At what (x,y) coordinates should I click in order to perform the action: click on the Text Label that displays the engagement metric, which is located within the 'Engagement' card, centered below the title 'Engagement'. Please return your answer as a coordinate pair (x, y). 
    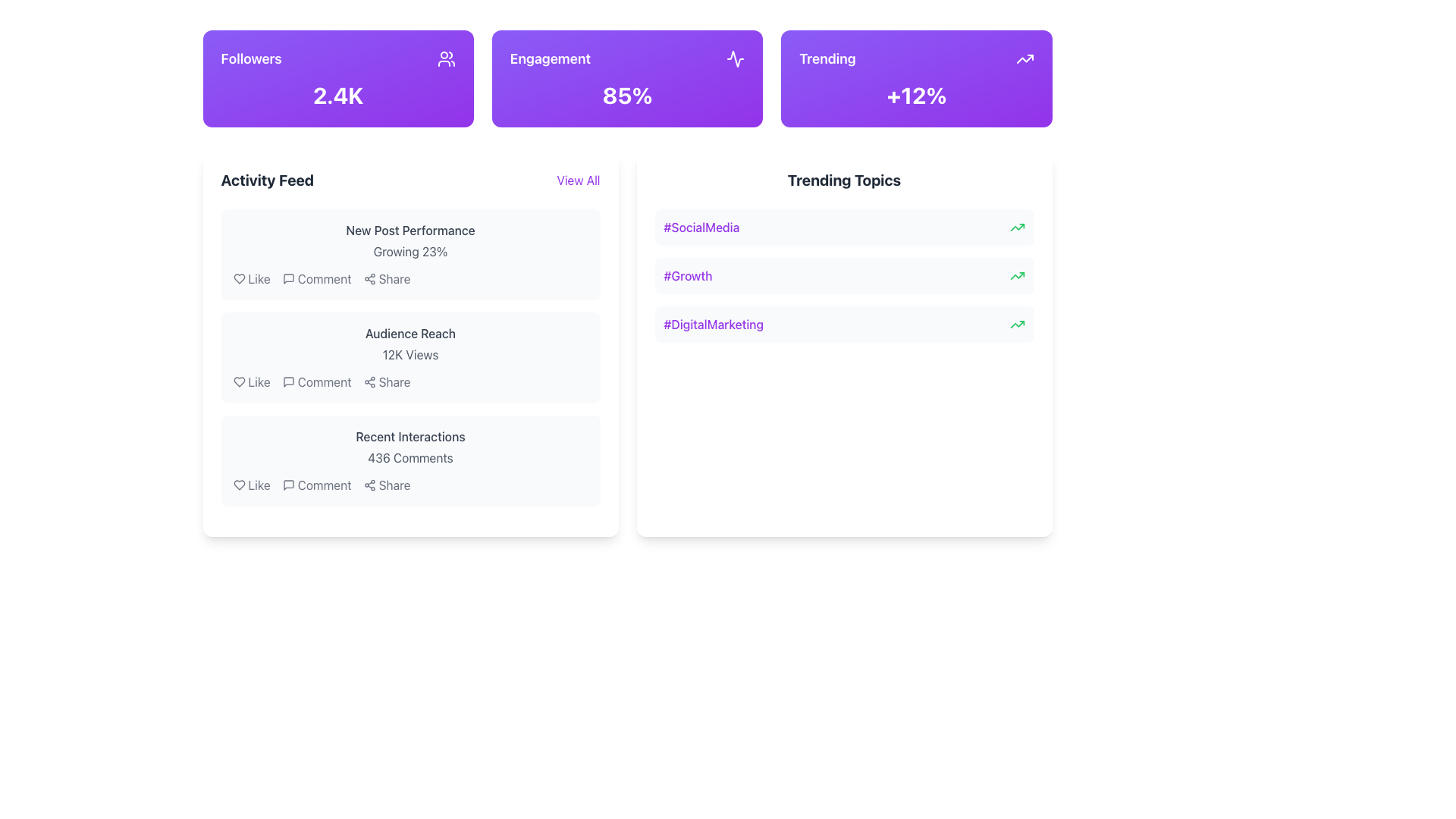
    Looking at the image, I should click on (627, 96).